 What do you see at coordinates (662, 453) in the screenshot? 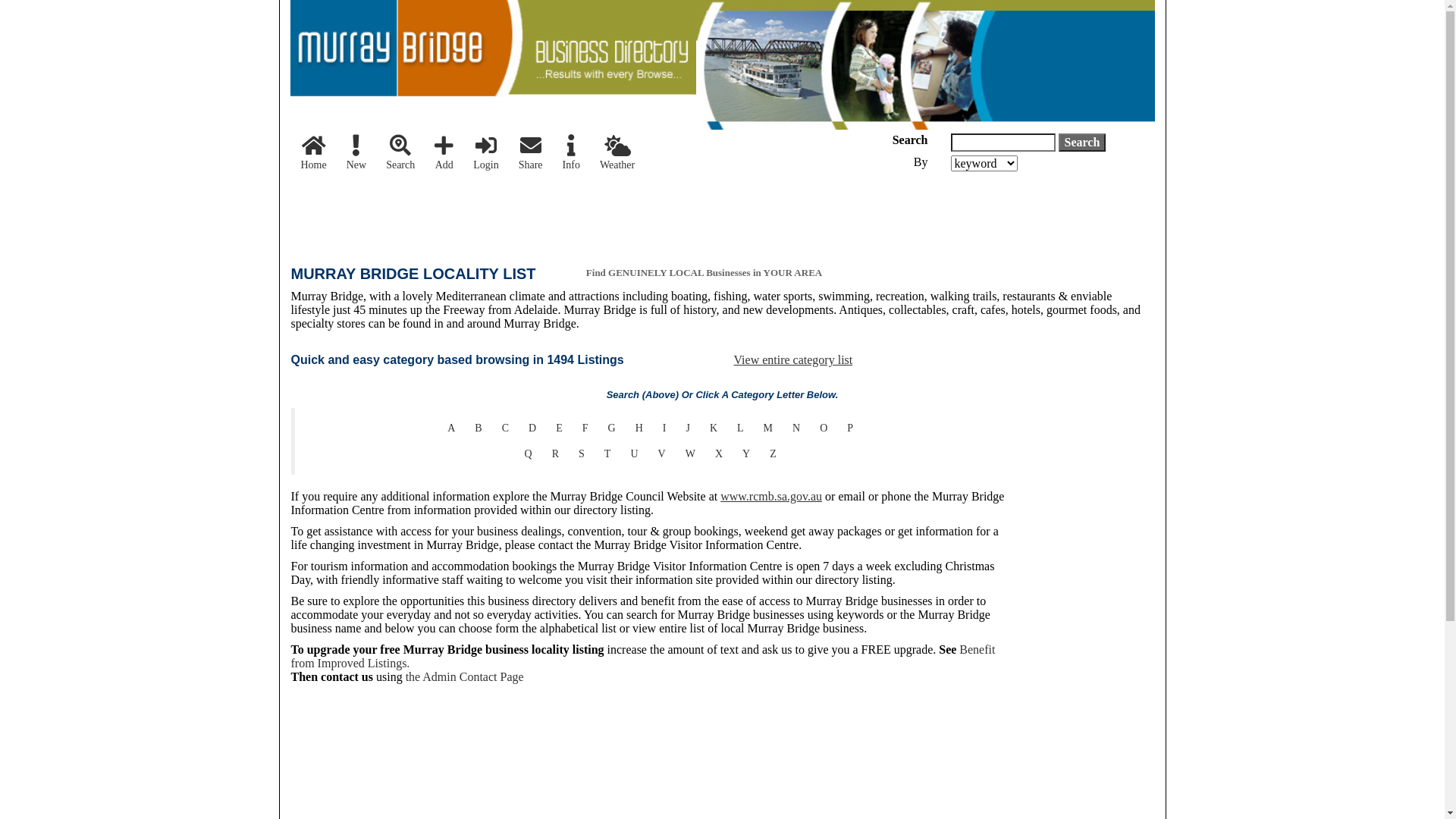
I see `'V'` at bounding box center [662, 453].